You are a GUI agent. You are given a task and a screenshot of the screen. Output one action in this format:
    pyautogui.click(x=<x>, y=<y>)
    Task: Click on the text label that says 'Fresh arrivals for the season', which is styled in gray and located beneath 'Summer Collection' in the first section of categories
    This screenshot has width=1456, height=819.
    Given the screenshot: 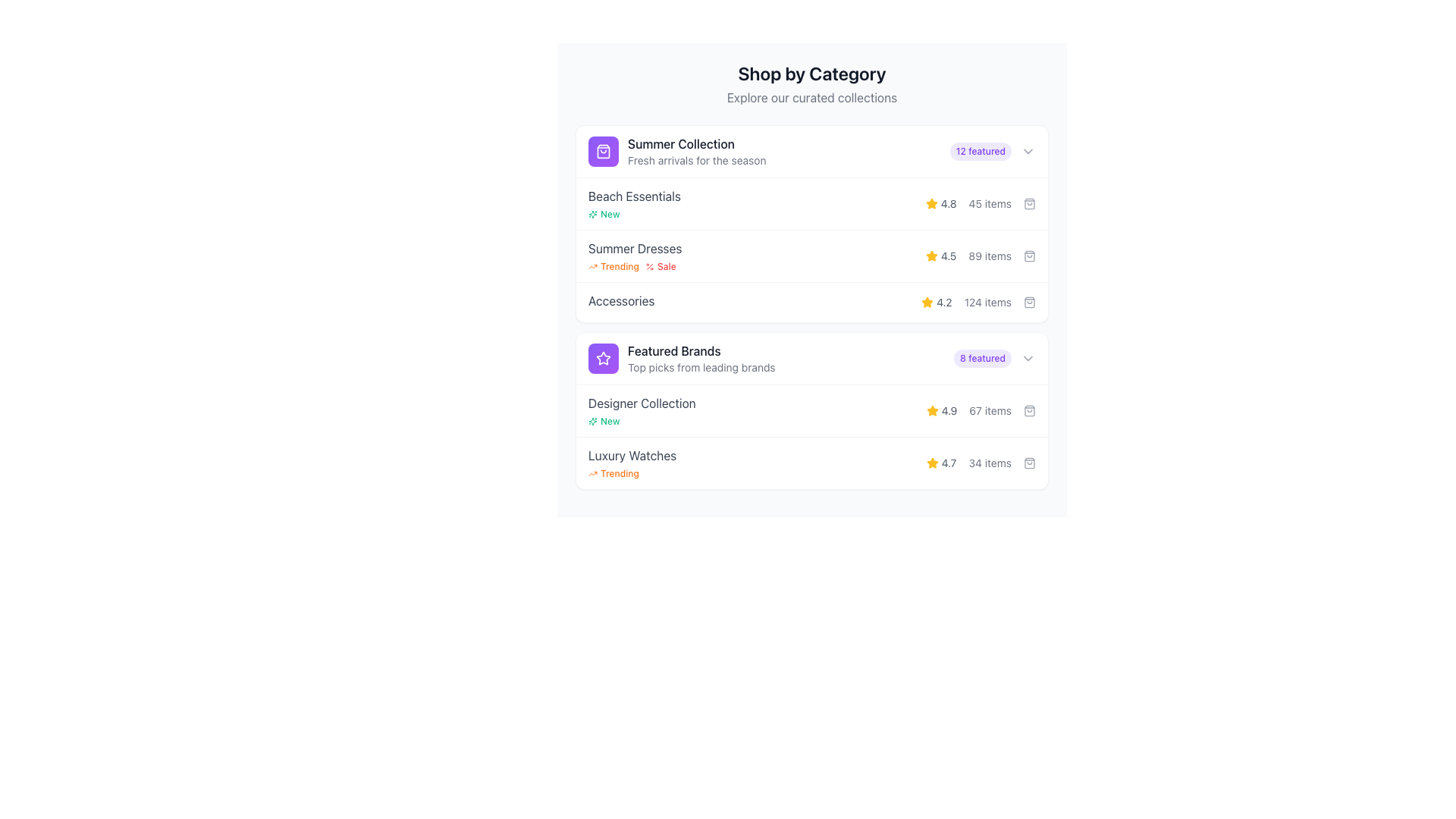 What is the action you would take?
    pyautogui.click(x=696, y=161)
    